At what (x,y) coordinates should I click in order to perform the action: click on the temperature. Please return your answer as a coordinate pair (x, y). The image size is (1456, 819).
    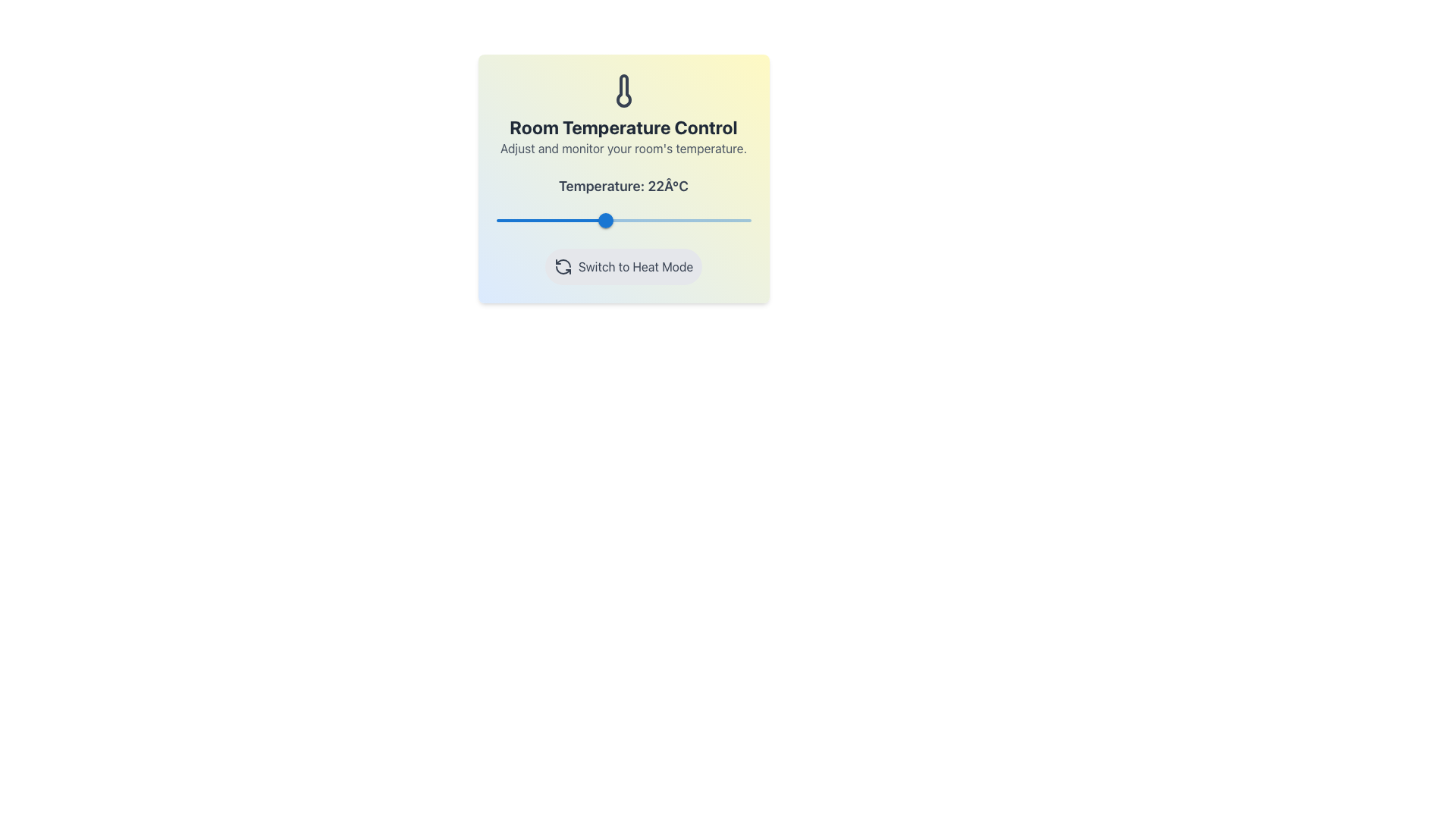
    Looking at the image, I should click on (661, 220).